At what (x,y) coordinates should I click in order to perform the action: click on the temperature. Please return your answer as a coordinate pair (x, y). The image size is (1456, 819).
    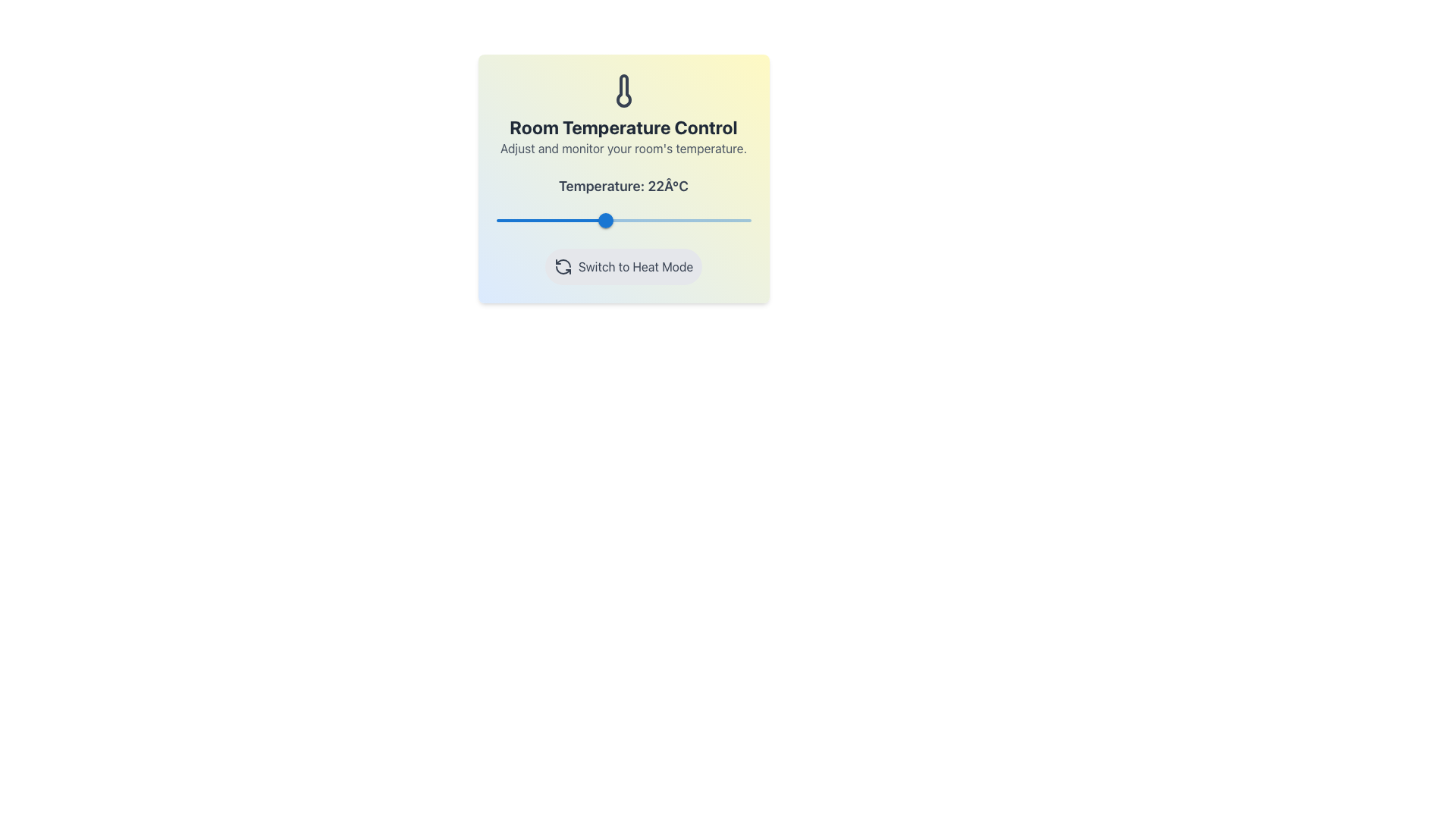
    Looking at the image, I should click on (661, 220).